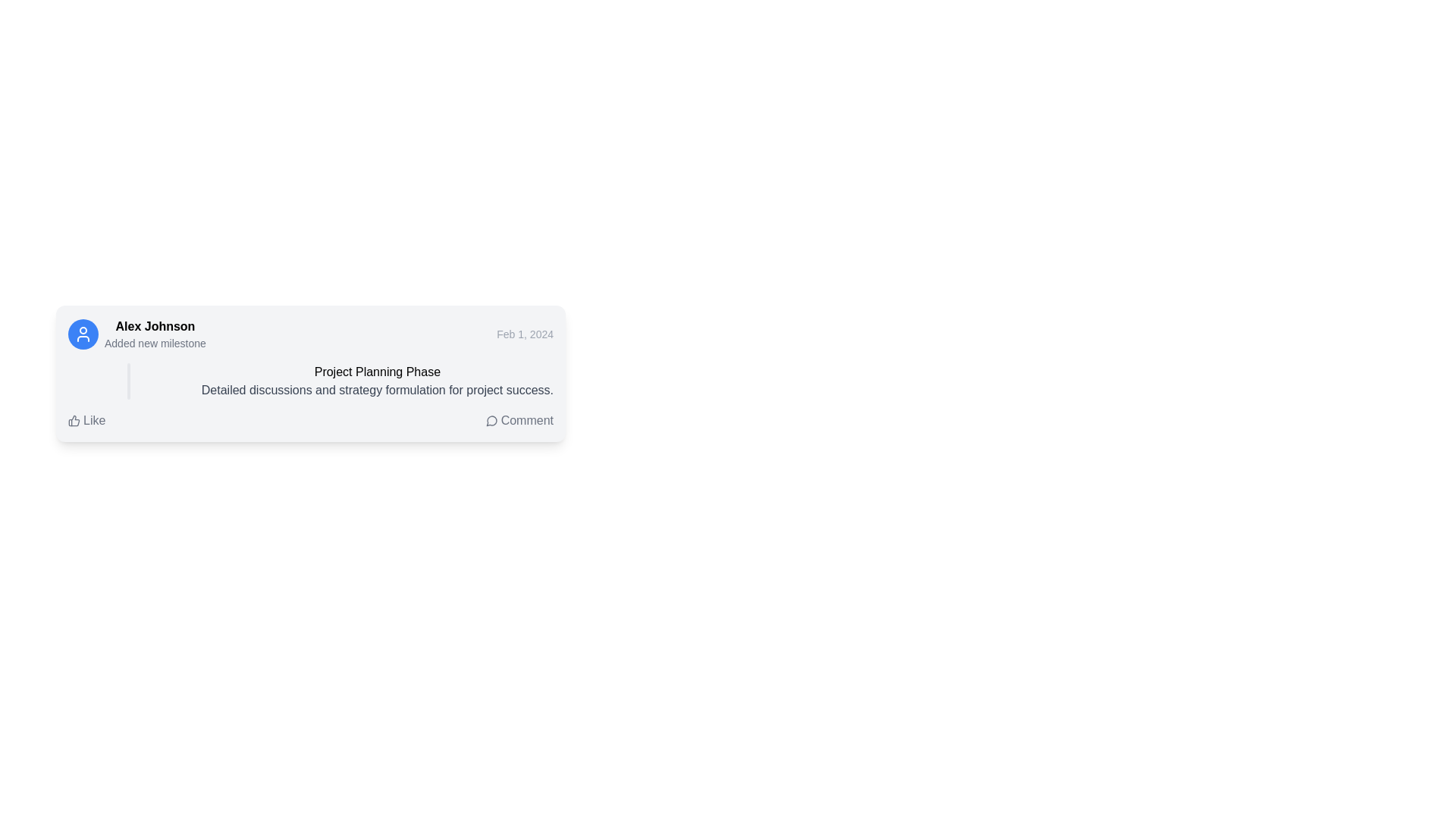 This screenshot has width=1456, height=819. I want to click on the user icon located in the center of the blue circular background, so click(83, 333).